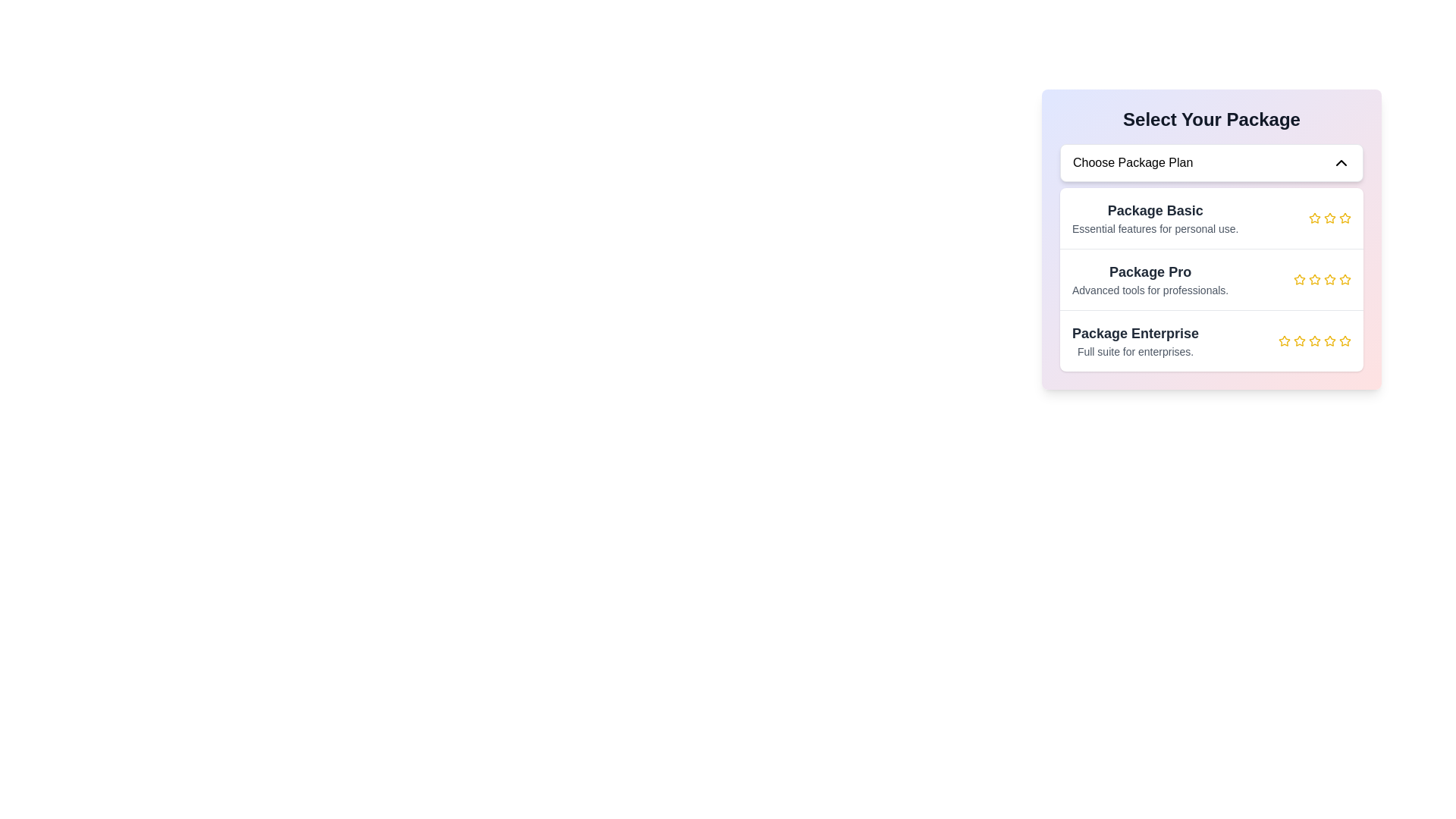 This screenshot has width=1456, height=819. I want to click on the fifth yellow star-shaped rating icon, which is styled with a stroke outline and positioned next to the text 'Package Enterprise', so click(1345, 341).